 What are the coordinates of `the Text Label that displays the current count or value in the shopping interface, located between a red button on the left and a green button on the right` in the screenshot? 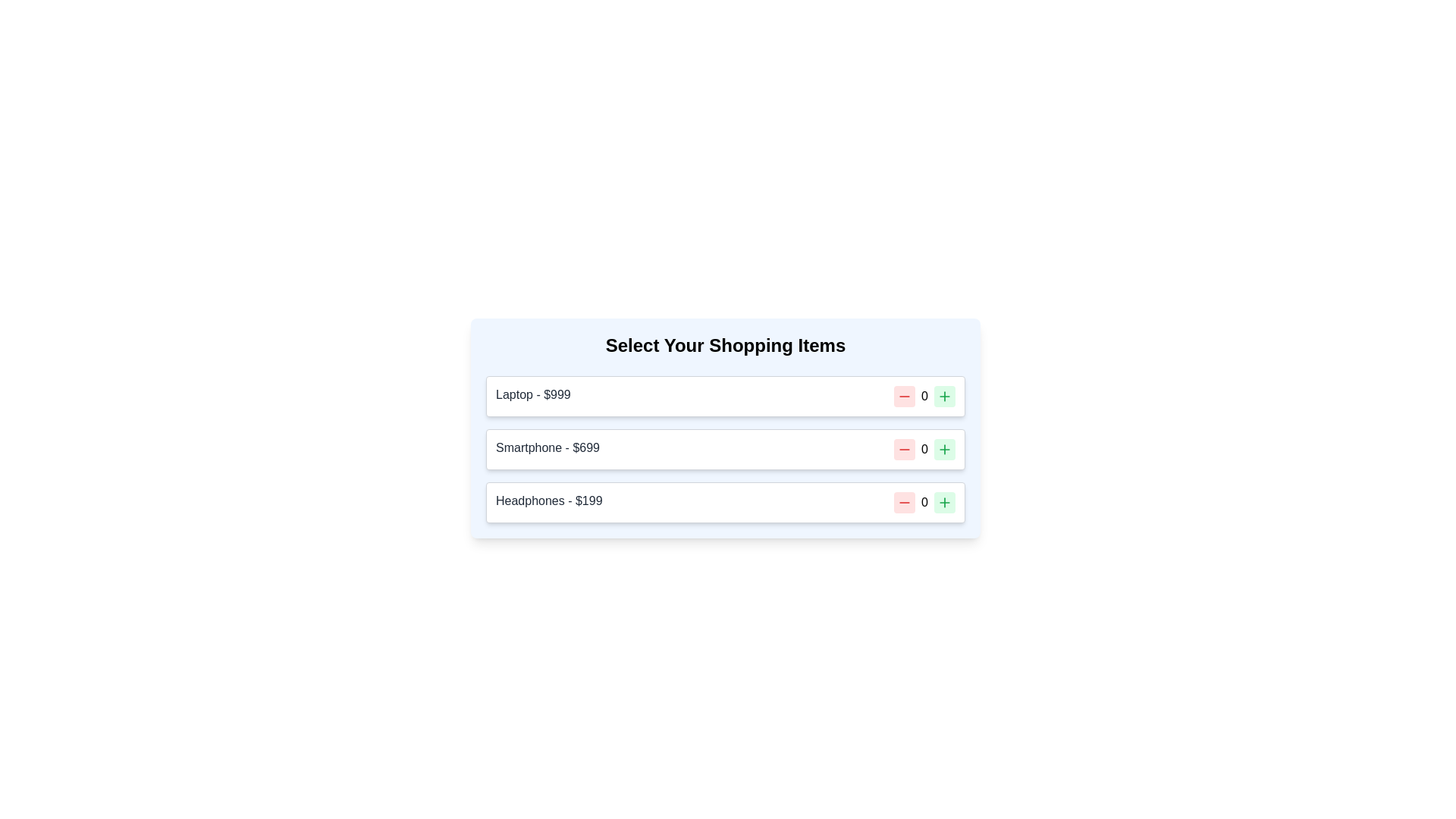 It's located at (924, 396).